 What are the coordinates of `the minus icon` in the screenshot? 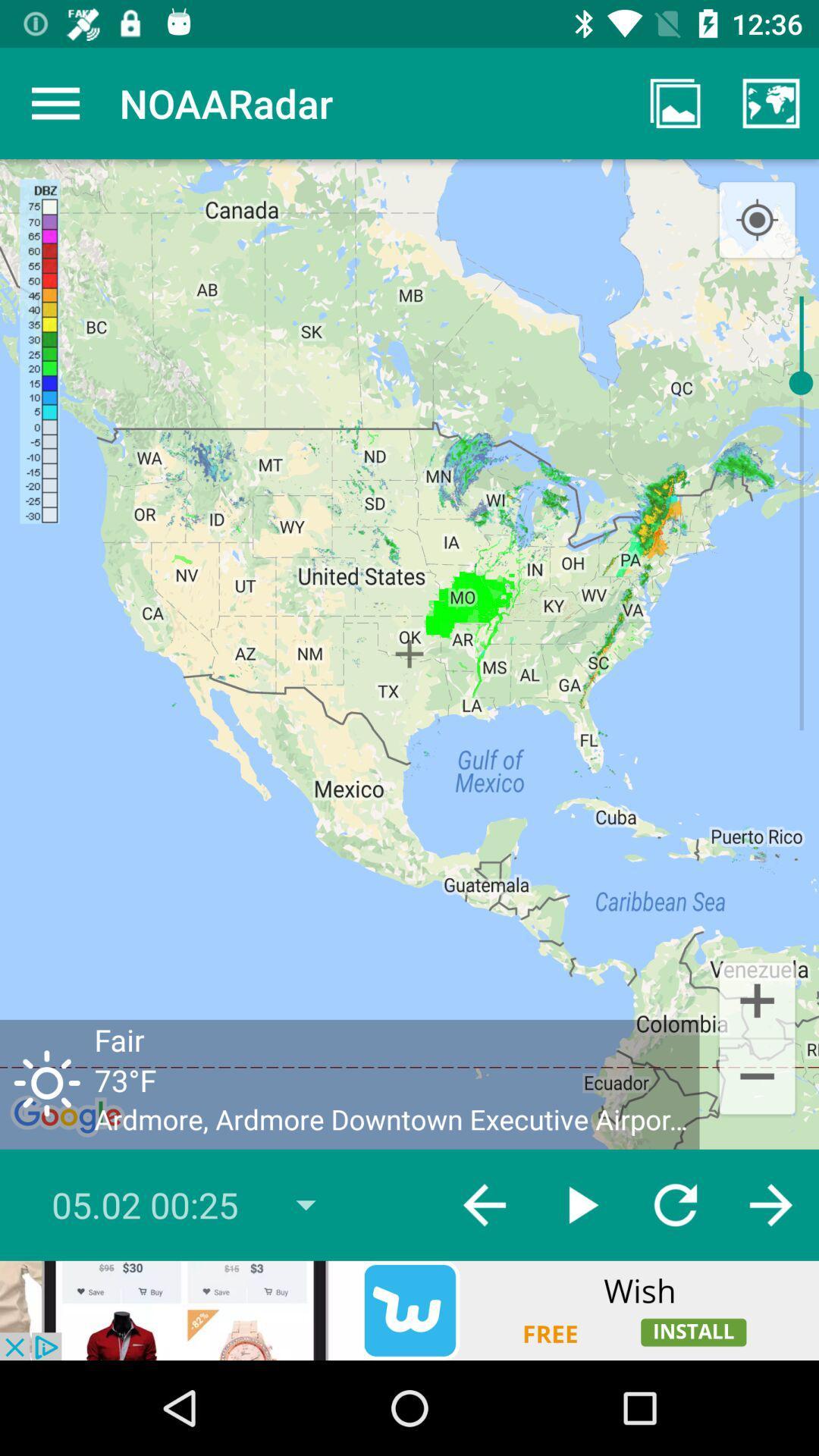 It's located at (757, 1078).